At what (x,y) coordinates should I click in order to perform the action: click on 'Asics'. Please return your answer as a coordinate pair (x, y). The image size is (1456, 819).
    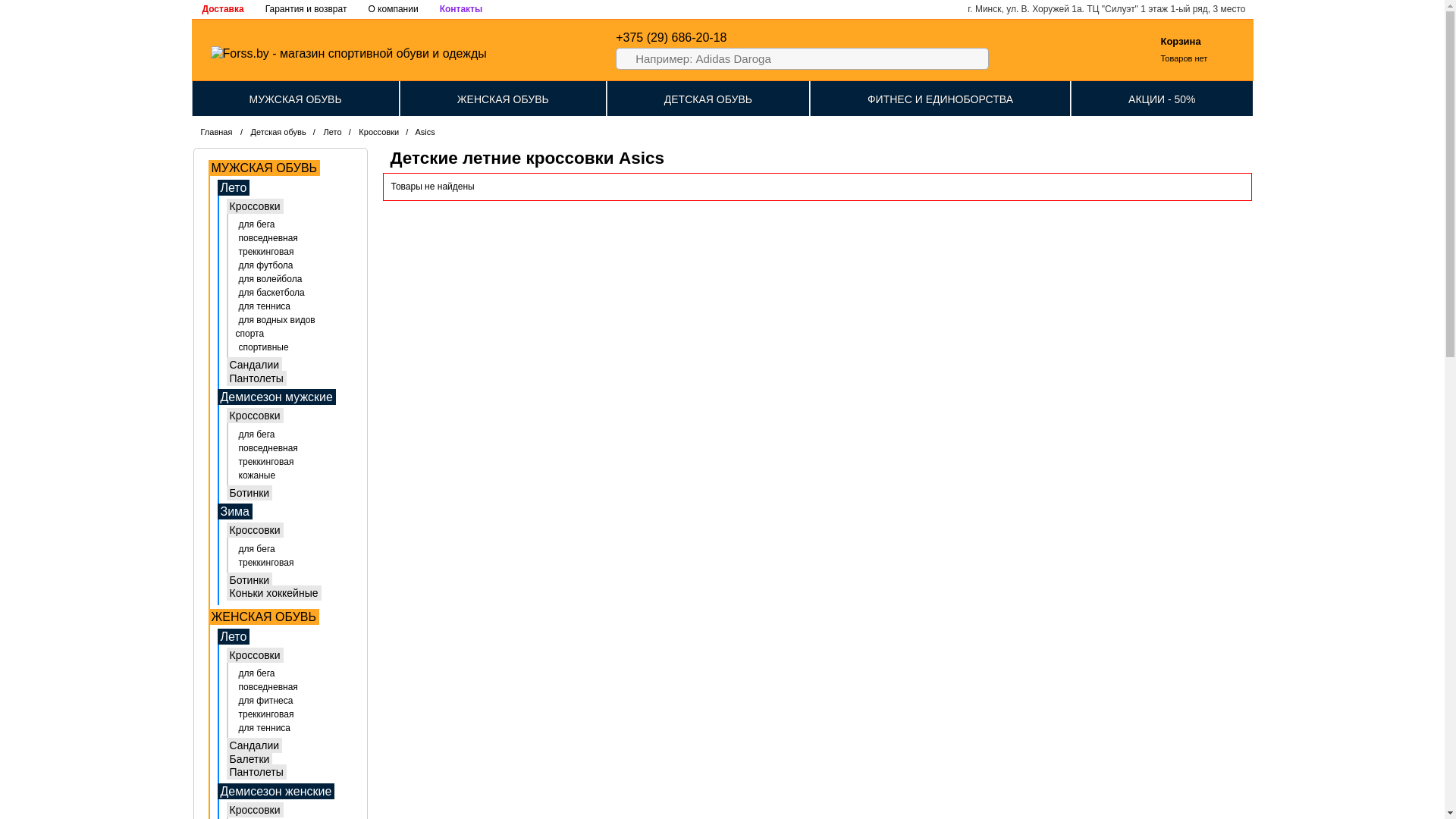
    Looking at the image, I should click on (425, 130).